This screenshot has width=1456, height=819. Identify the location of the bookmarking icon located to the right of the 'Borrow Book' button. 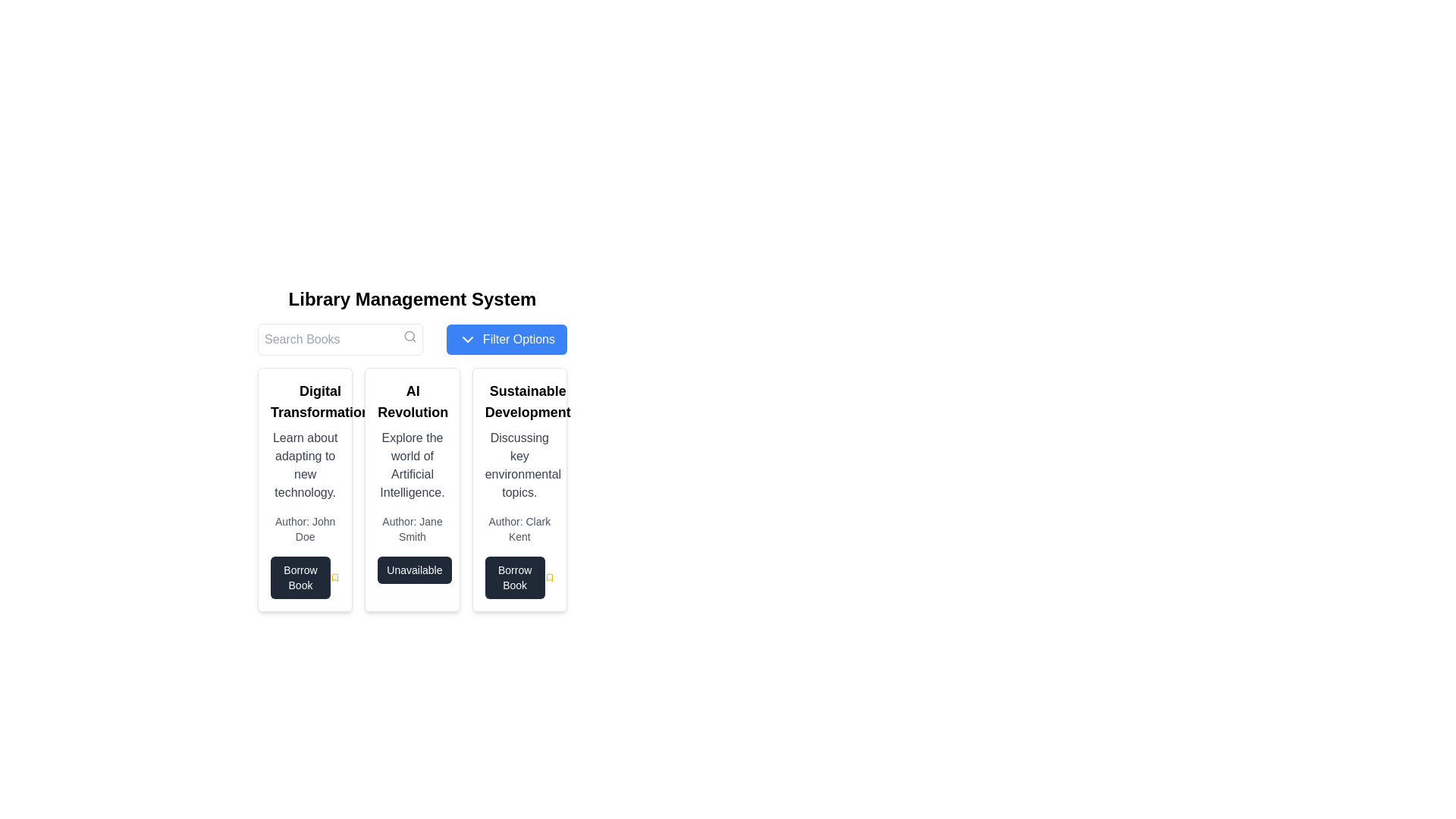
(548, 578).